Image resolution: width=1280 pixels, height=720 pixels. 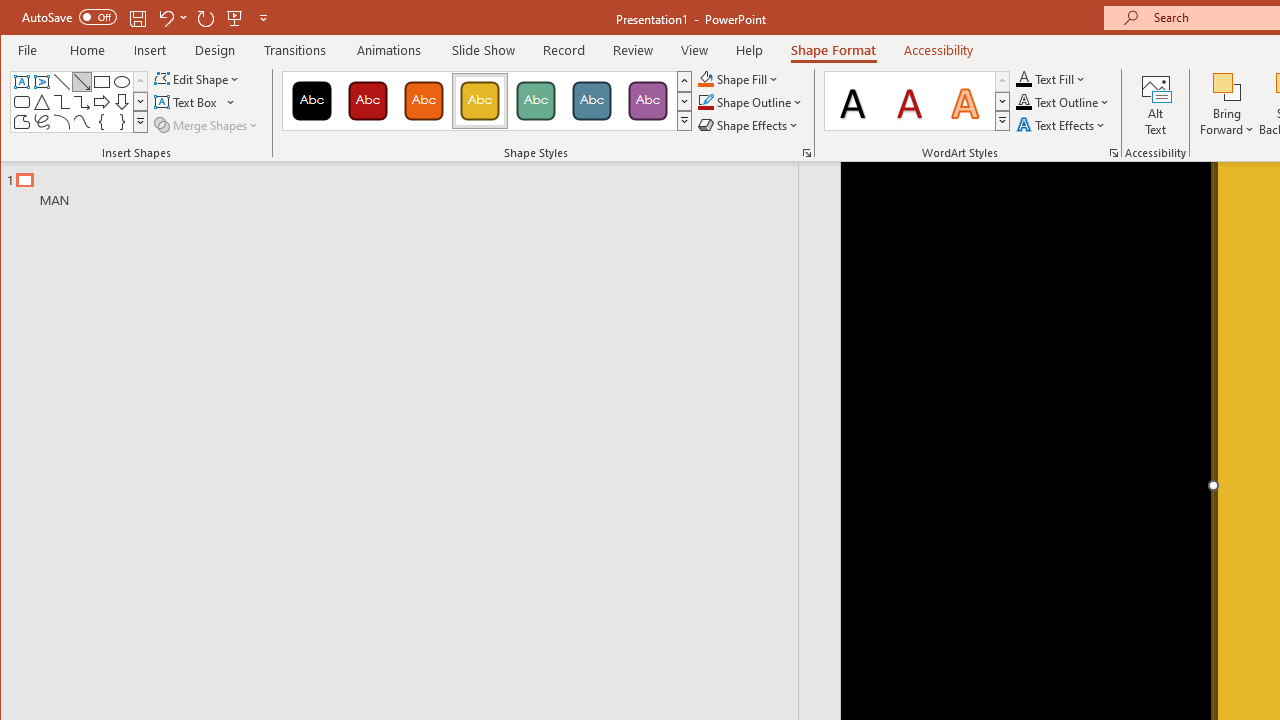 What do you see at coordinates (42, 81) in the screenshot?
I see `'Vertical Text Box'` at bounding box center [42, 81].